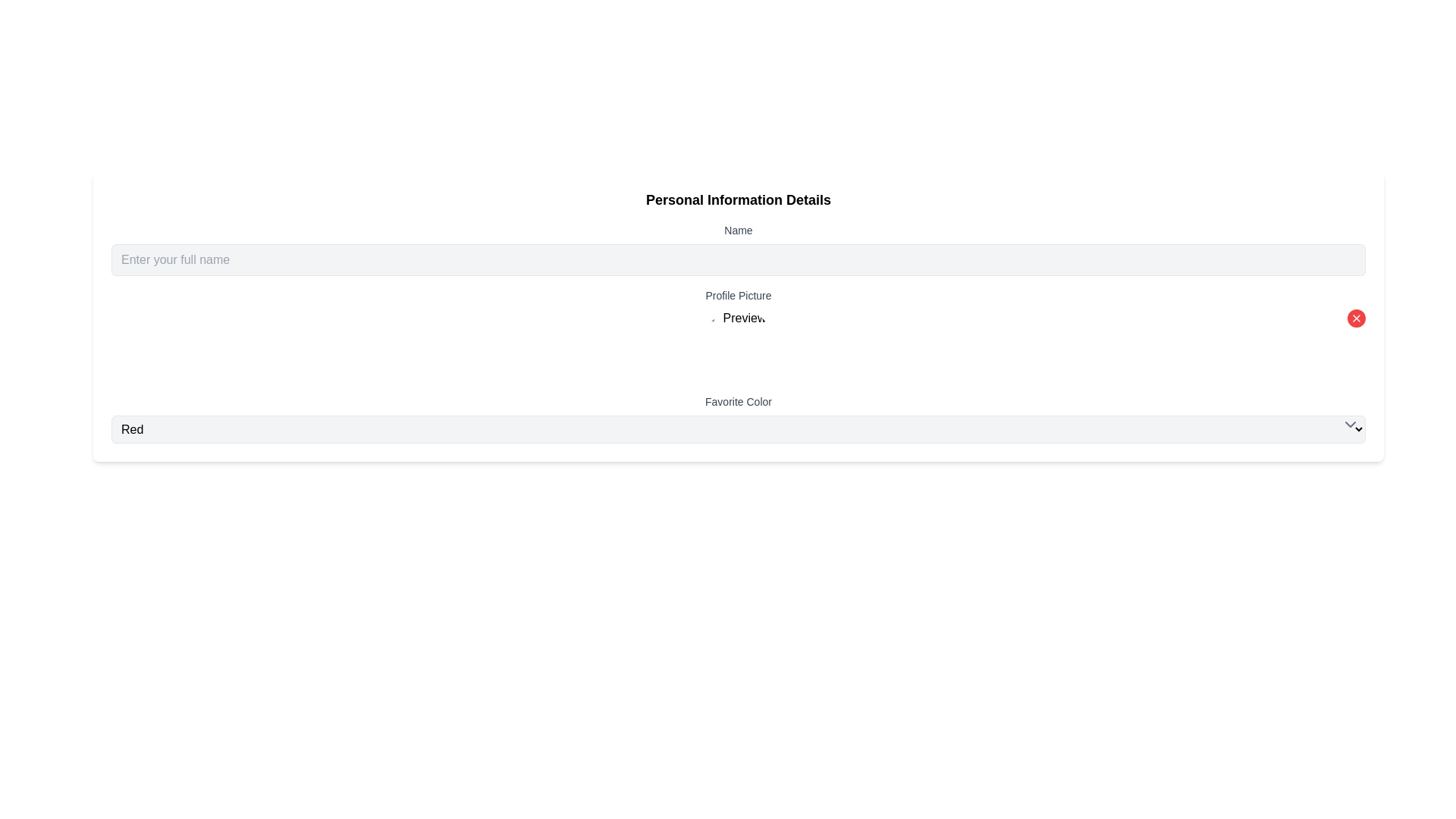  Describe the element at coordinates (739, 199) in the screenshot. I see `the text header at the top-center of the content area, which is styled with a larger font and bold weight, indicating a section title` at that location.